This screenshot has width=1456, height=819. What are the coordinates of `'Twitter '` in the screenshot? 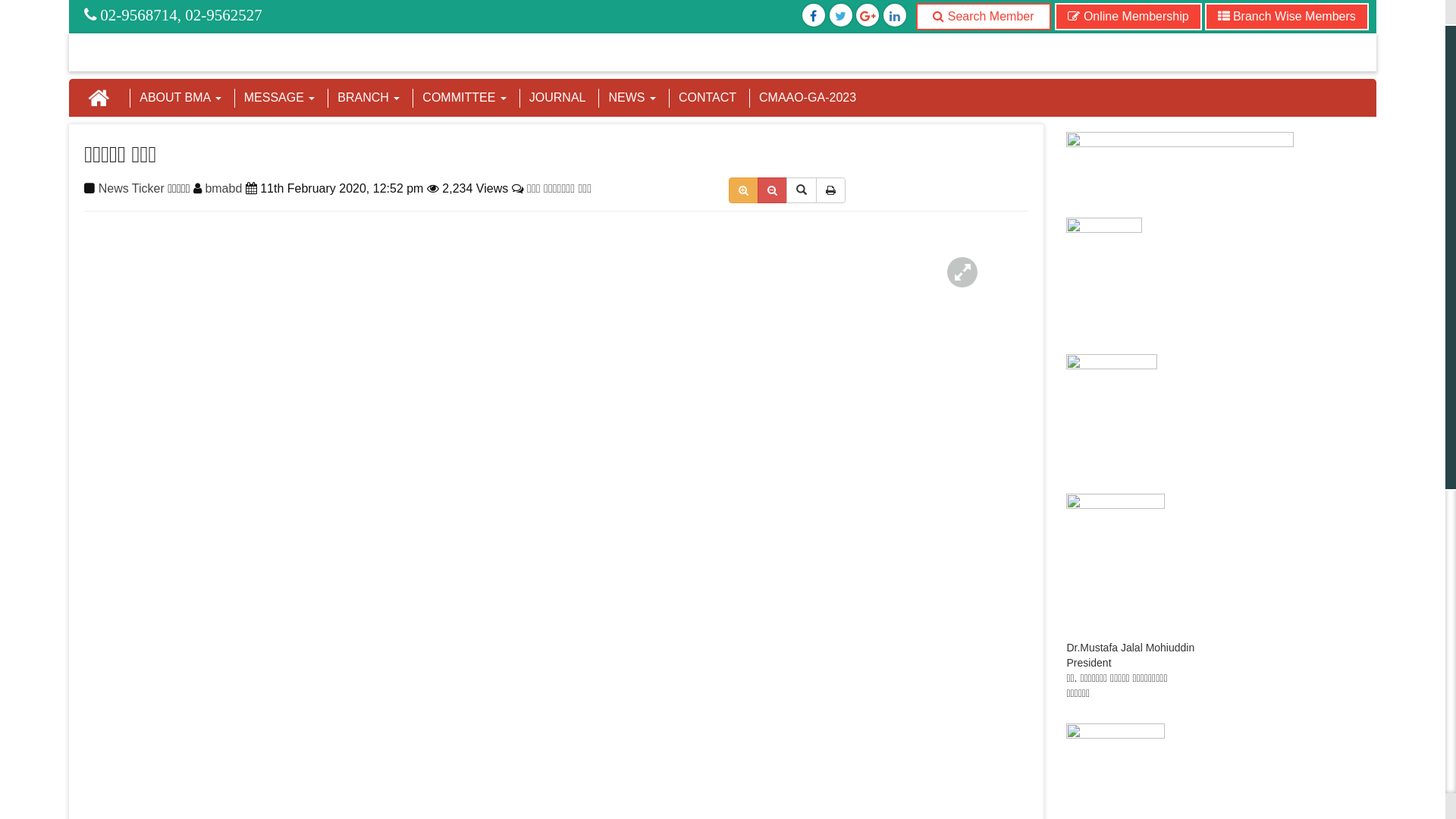 It's located at (813, 17).